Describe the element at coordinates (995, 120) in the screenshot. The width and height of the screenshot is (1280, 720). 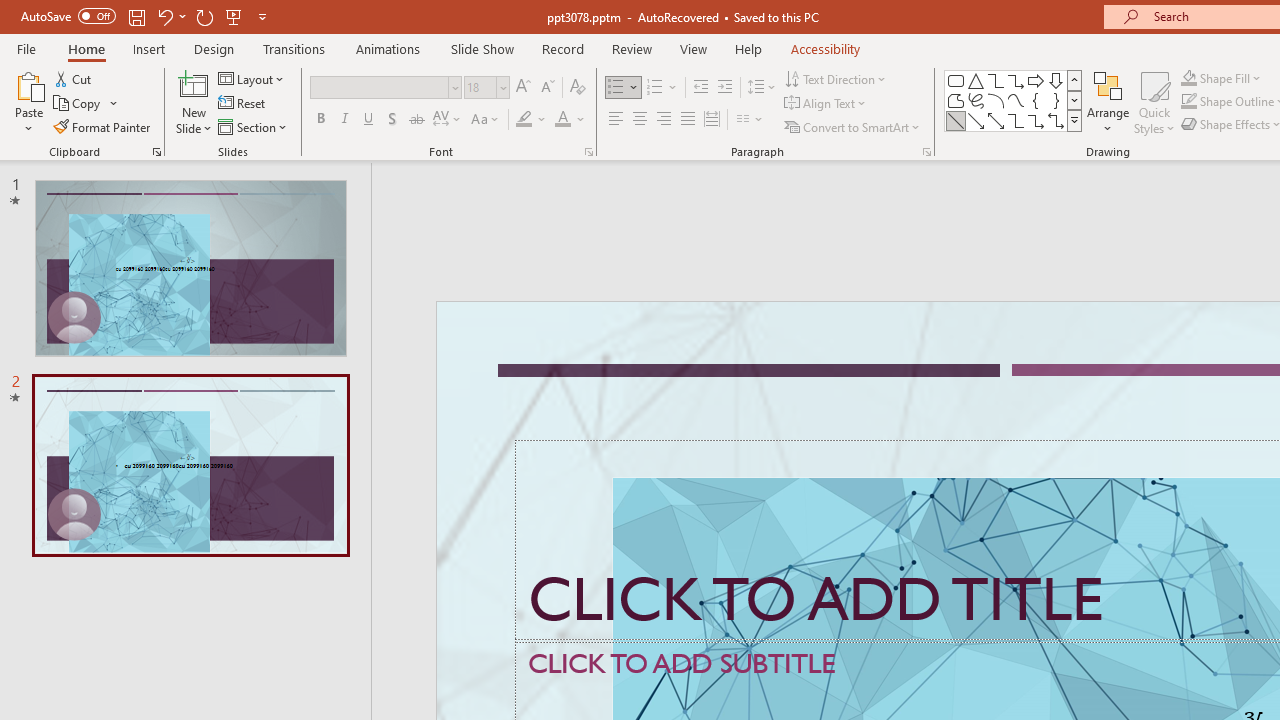
I see `'Line Arrow: Double'` at that location.